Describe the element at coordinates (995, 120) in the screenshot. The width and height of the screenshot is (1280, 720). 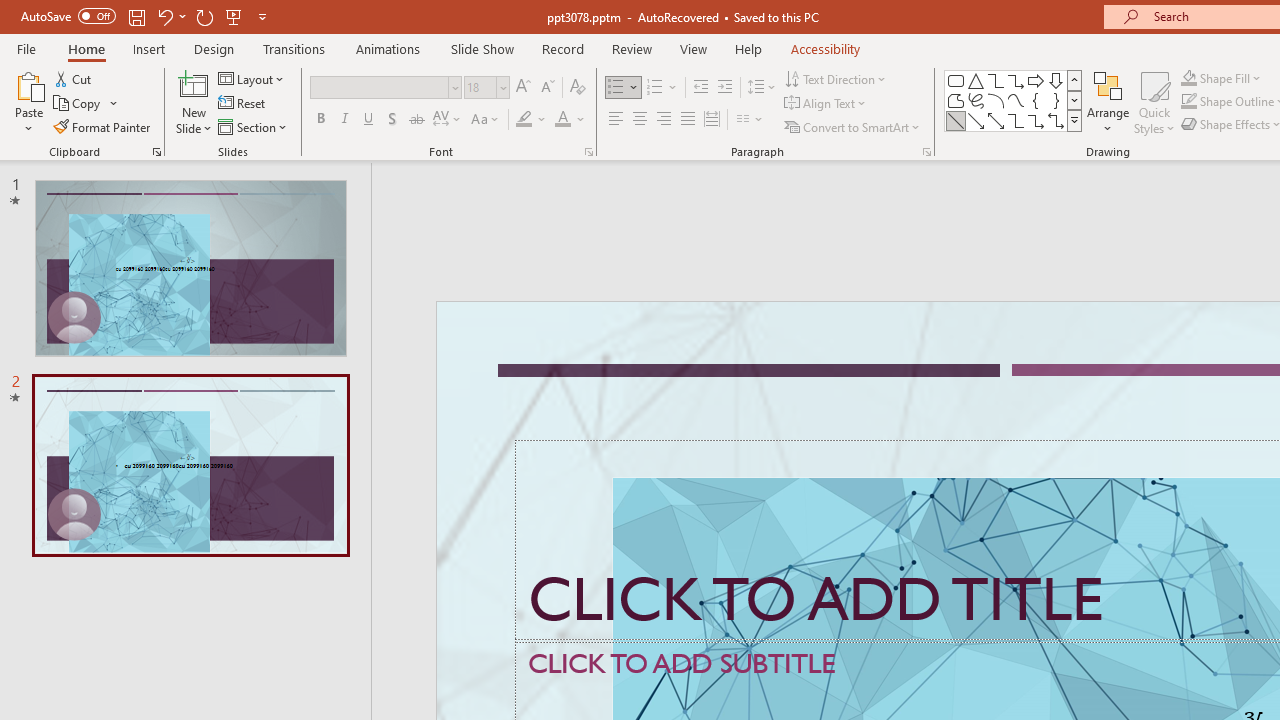
I see `'Line Arrow: Double'` at that location.